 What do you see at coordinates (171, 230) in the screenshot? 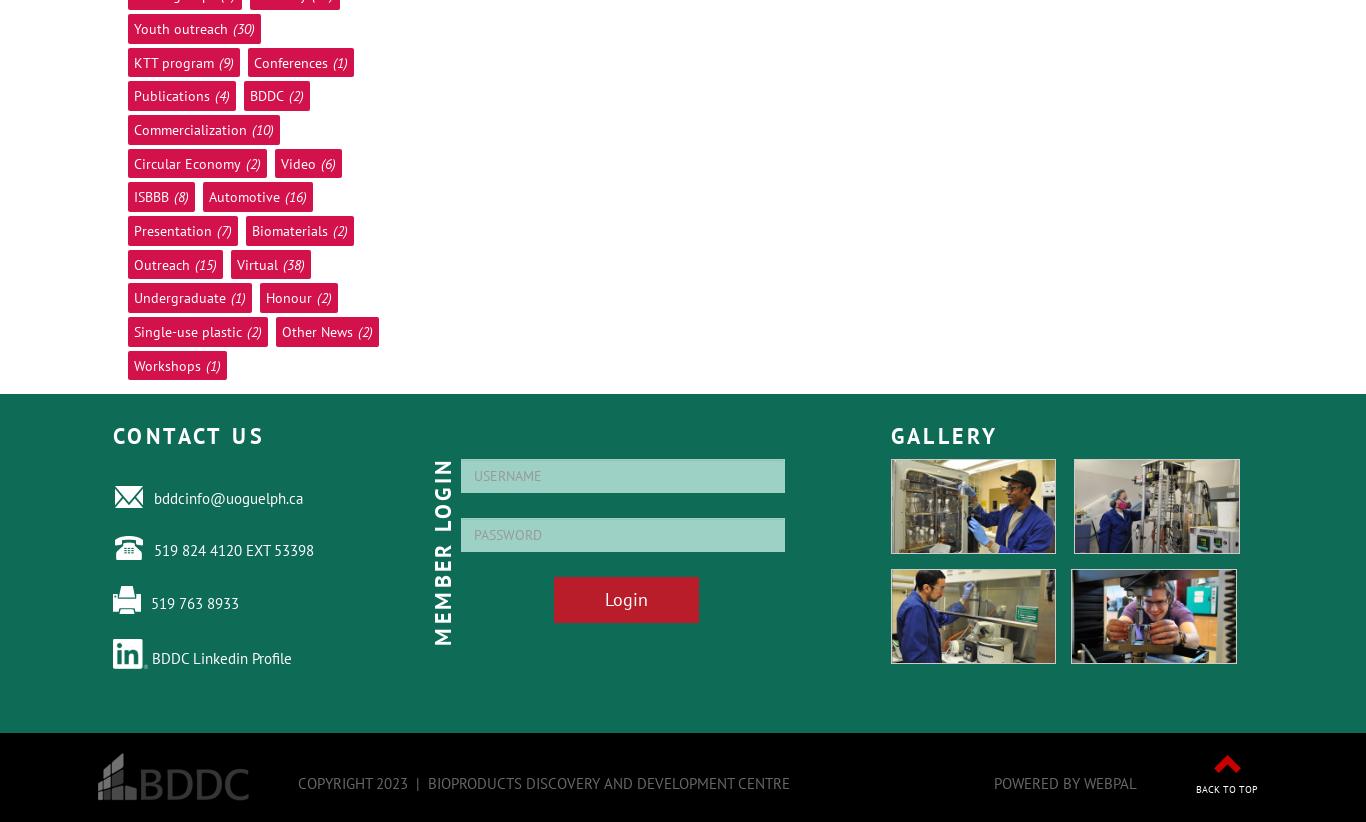
I see `'Presentation'` at bounding box center [171, 230].